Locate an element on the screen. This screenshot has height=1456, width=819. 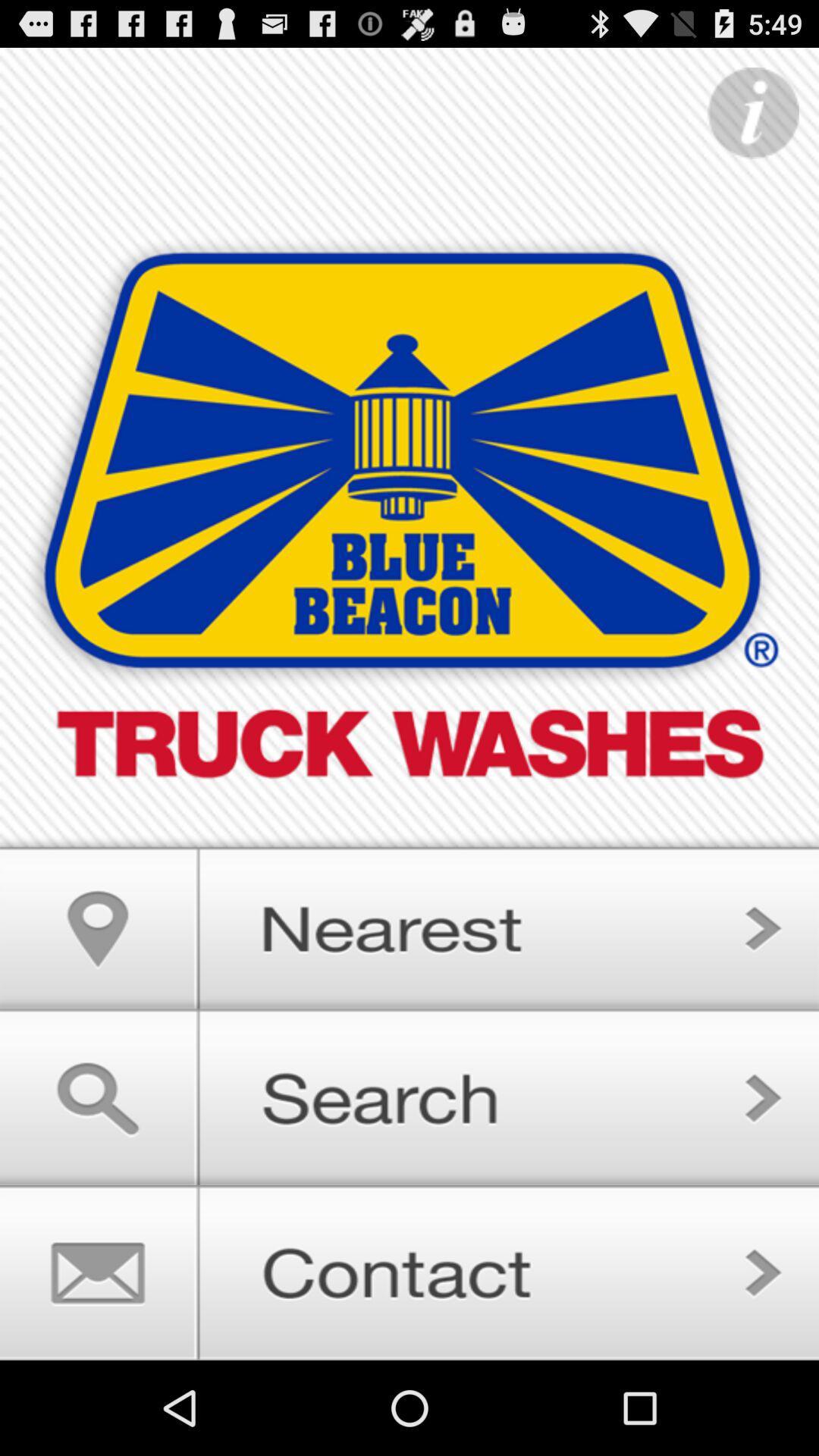
next is located at coordinates (409, 1097).